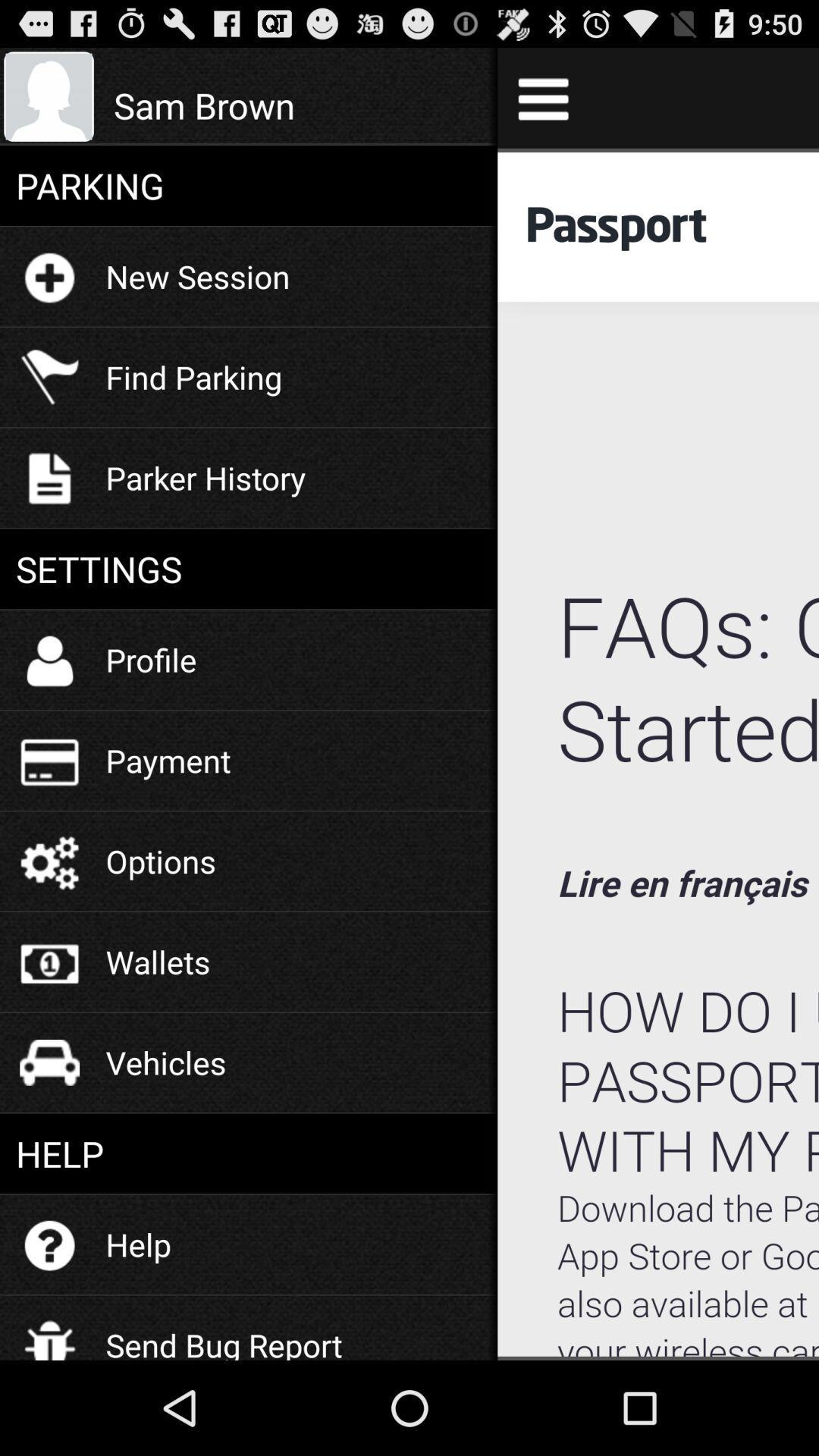  I want to click on the profile icon, so click(151, 659).